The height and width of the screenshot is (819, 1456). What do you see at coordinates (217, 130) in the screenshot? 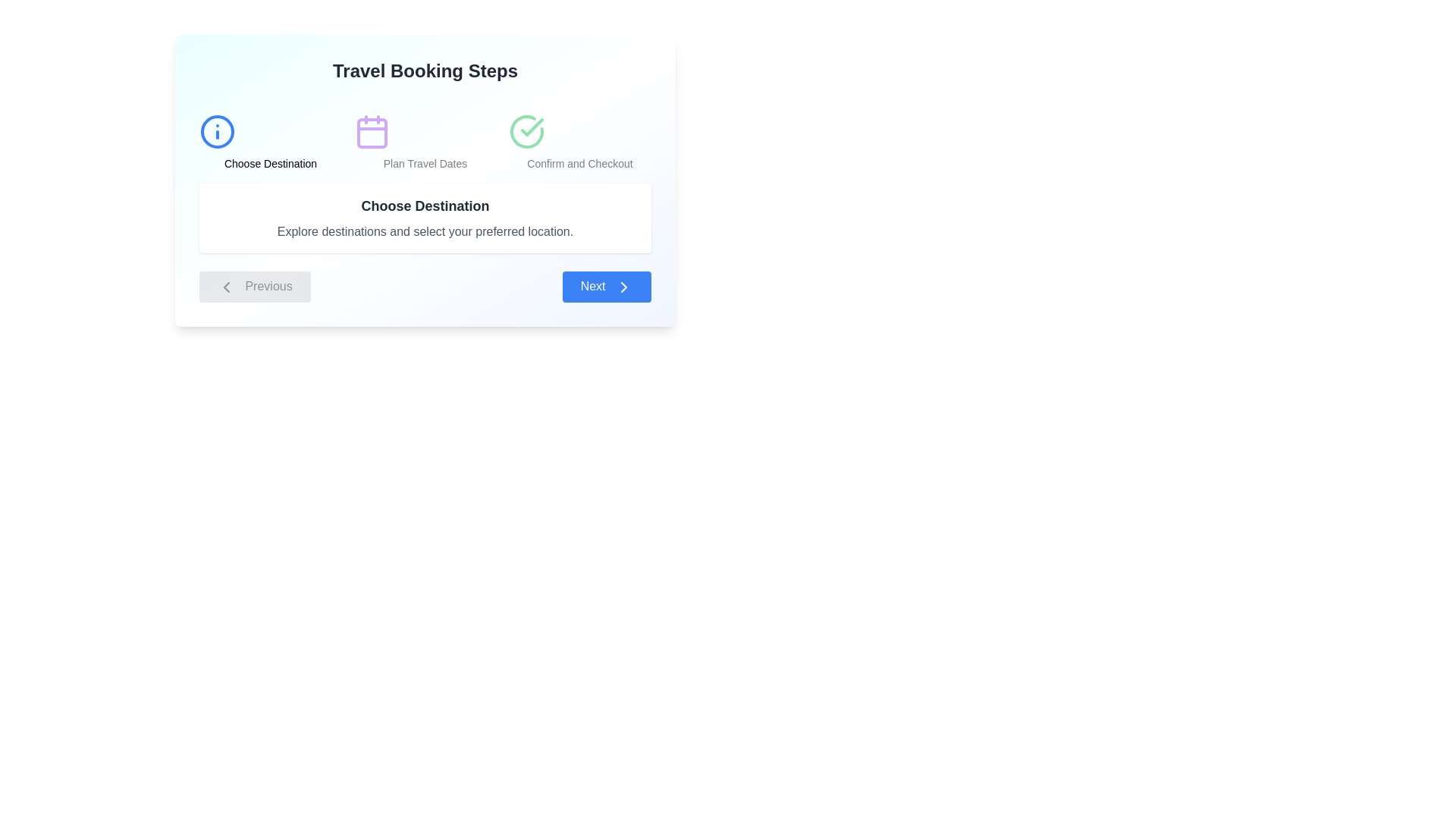
I see `the decorative icon in the leftmost section of the horizontal three-part 'Choose Destination' step indicator` at bounding box center [217, 130].